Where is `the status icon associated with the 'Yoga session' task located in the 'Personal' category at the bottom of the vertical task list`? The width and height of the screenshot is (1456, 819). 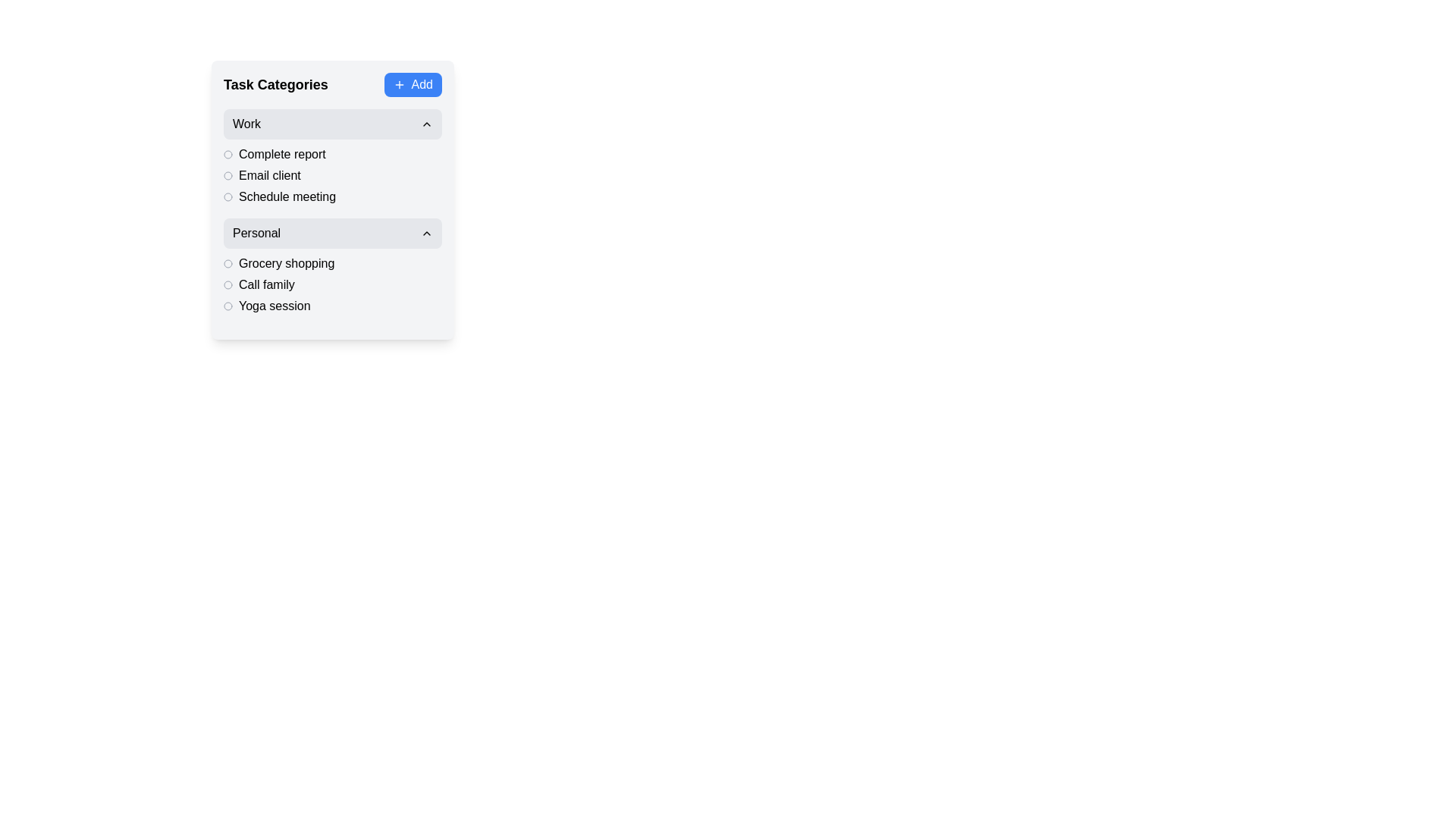
the status icon associated with the 'Yoga session' task located in the 'Personal' category at the bottom of the vertical task list is located at coordinates (227, 306).